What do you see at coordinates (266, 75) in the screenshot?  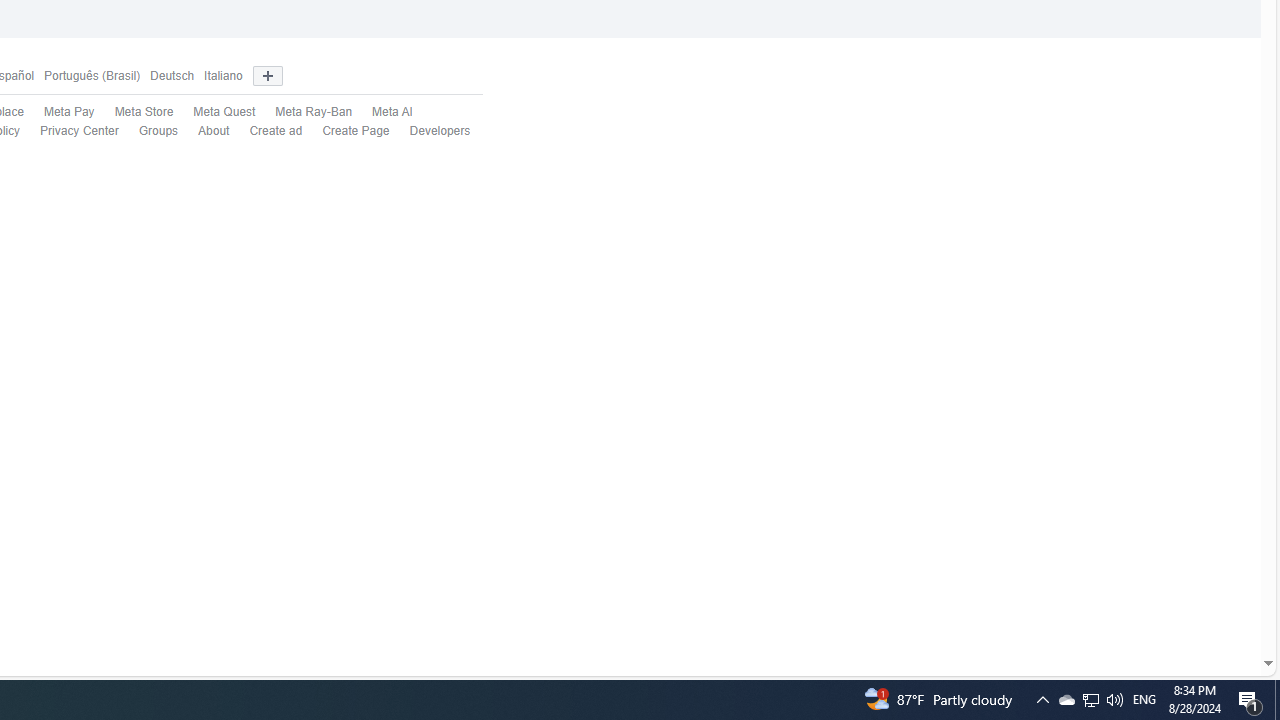 I see `'Show more languages'` at bounding box center [266, 75].